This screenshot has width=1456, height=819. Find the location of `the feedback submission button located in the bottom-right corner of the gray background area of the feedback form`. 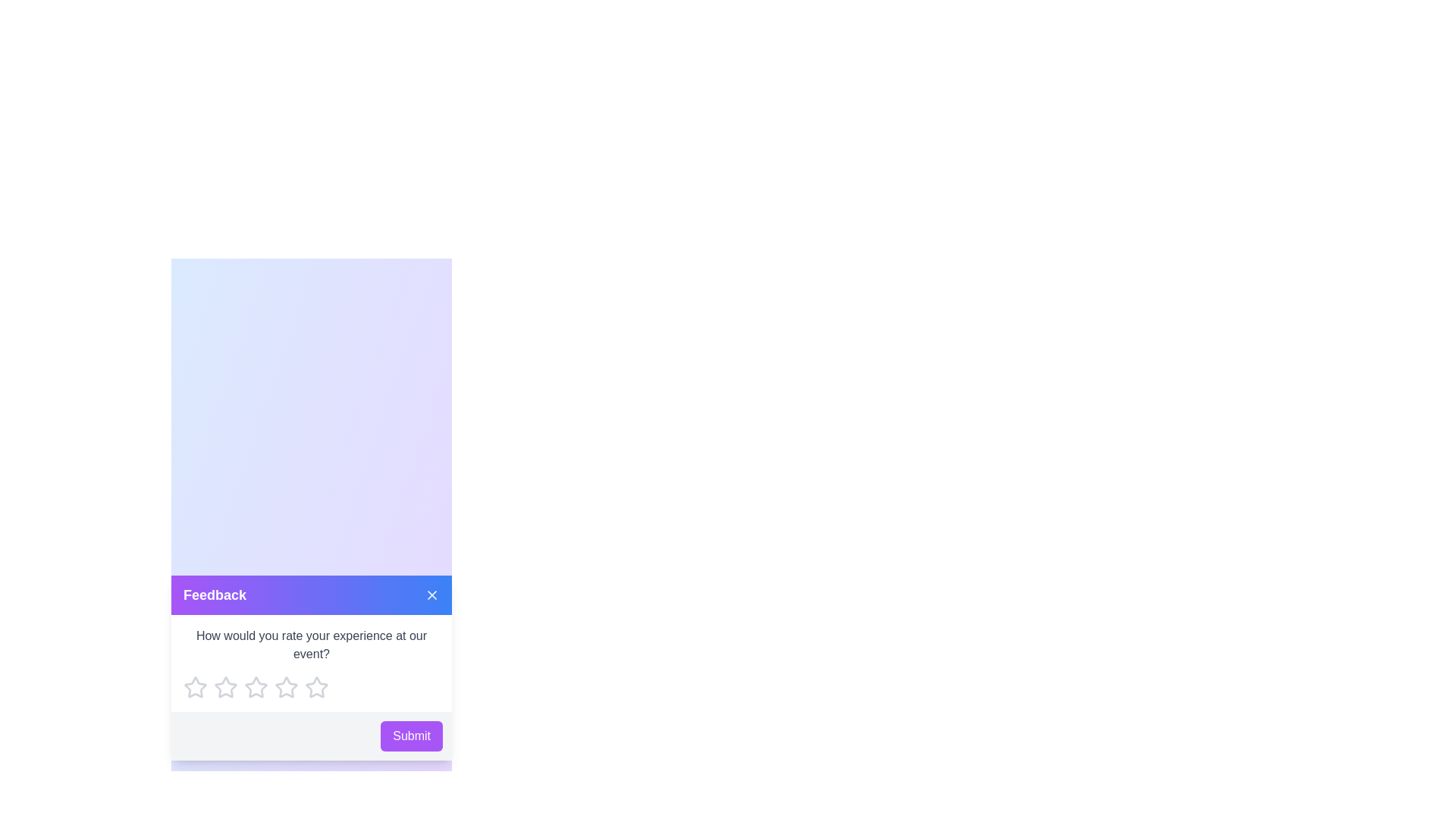

the feedback submission button located in the bottom-right corner of the gray background area of the feedback form is located at coordinates (412, 736).